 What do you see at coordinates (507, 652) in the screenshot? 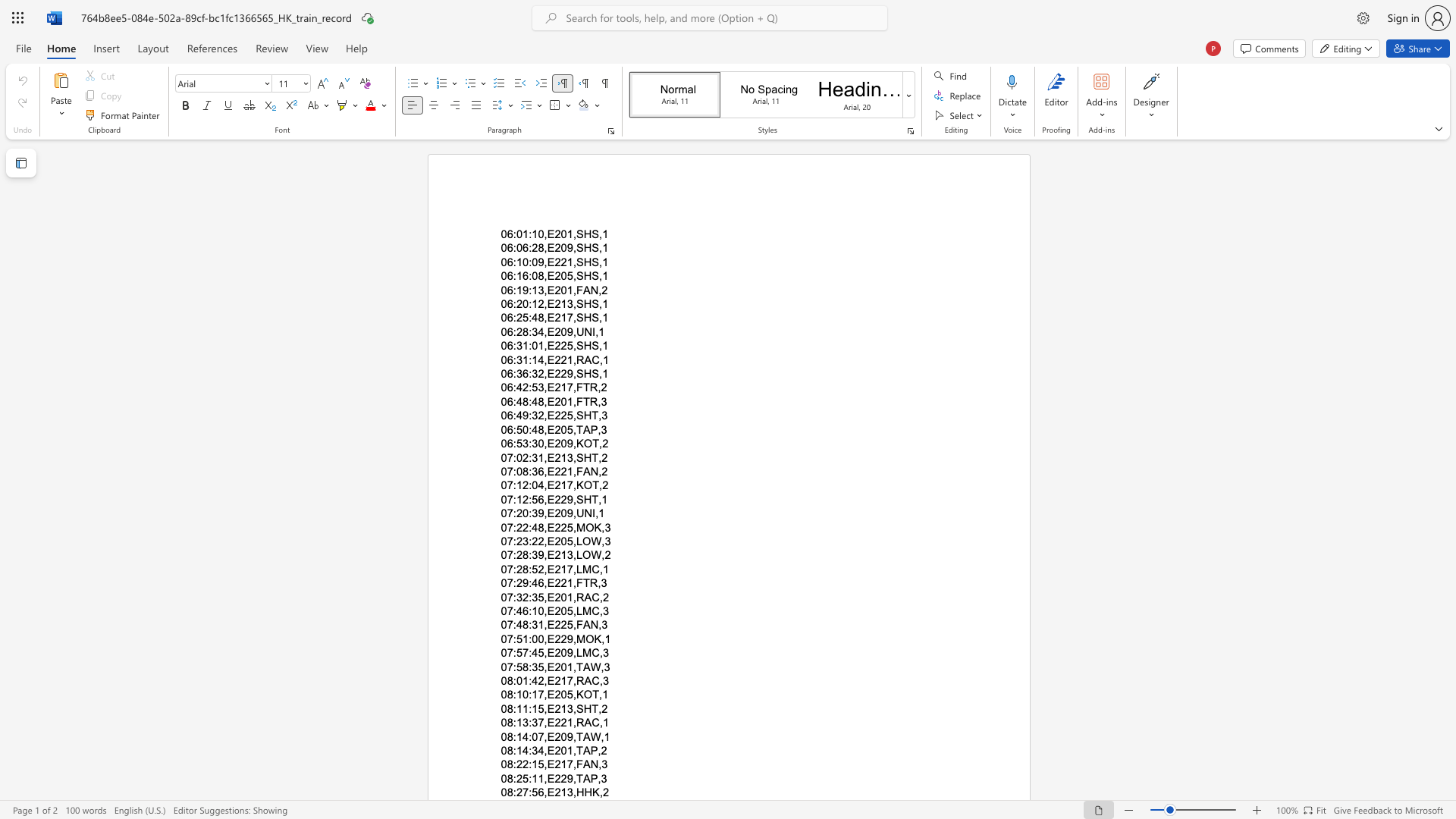
I see `the subset text "7:57:45,E2" within the text "07:57:45,E209,LMC,3"` at bounding box center [507, 652].